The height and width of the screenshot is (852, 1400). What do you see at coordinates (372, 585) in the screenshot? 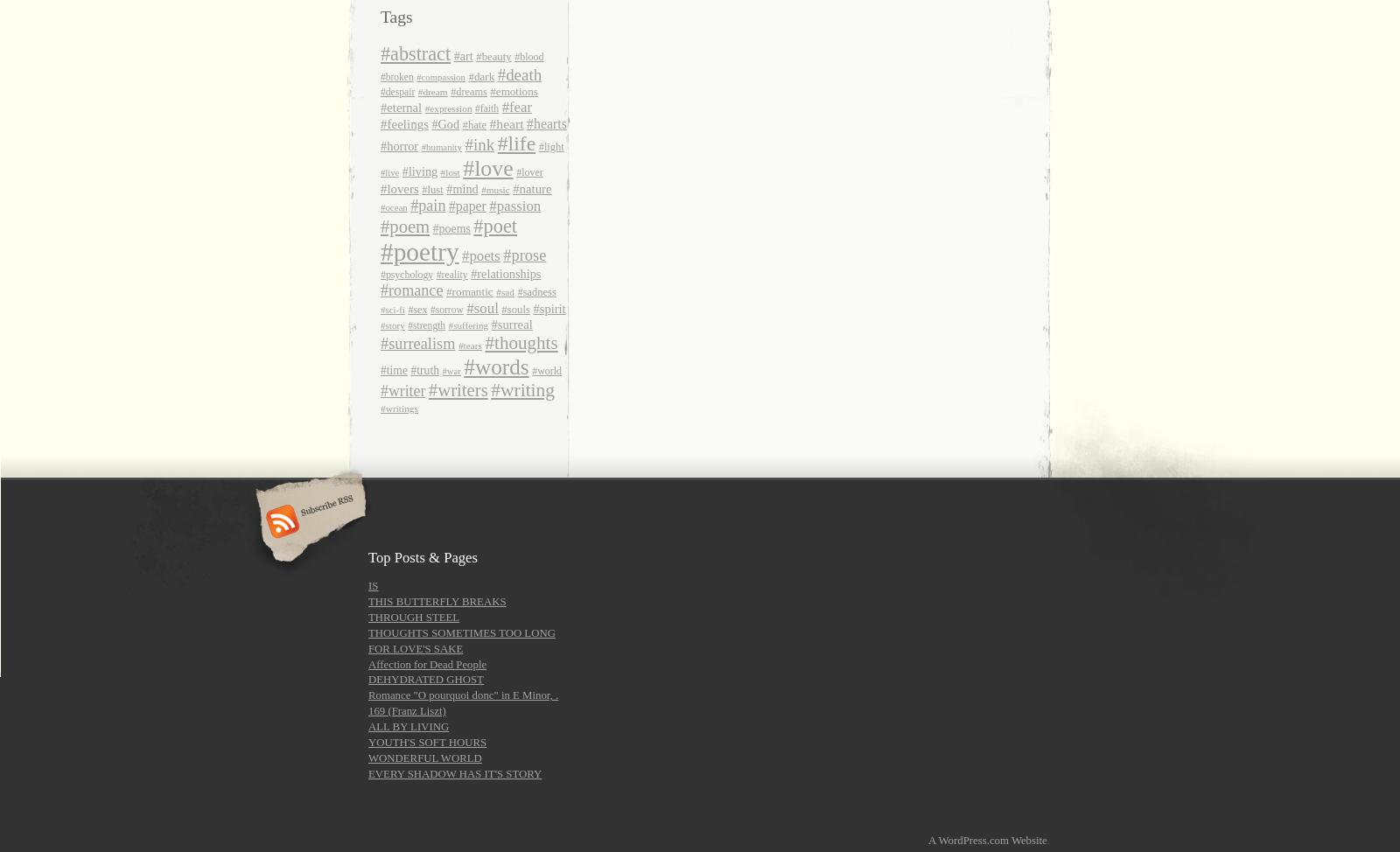
I see `'IS'` at bounding box center [372, 585].